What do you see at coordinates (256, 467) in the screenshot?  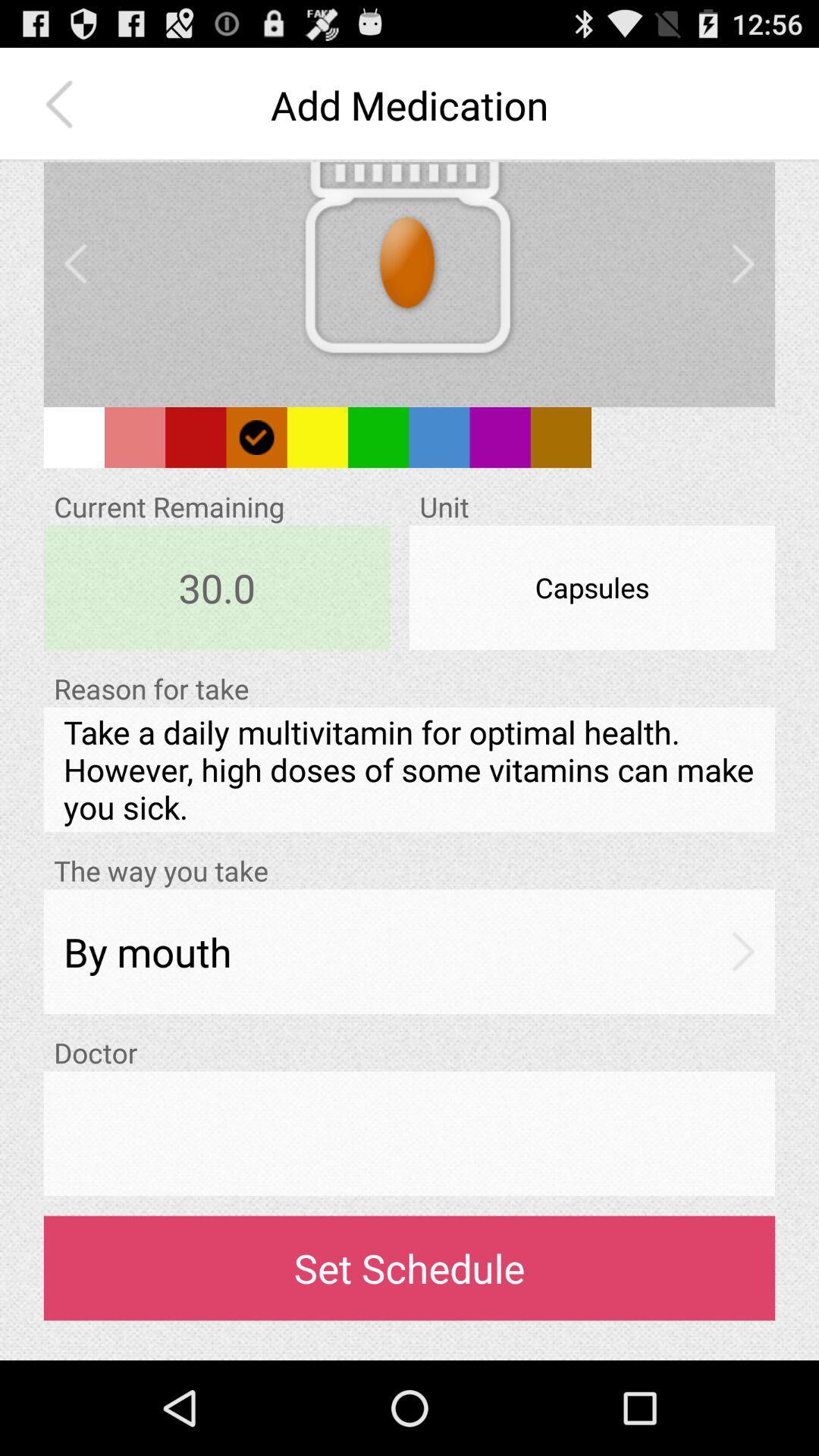 I see `the check icon` at bounding box center [256, 467].